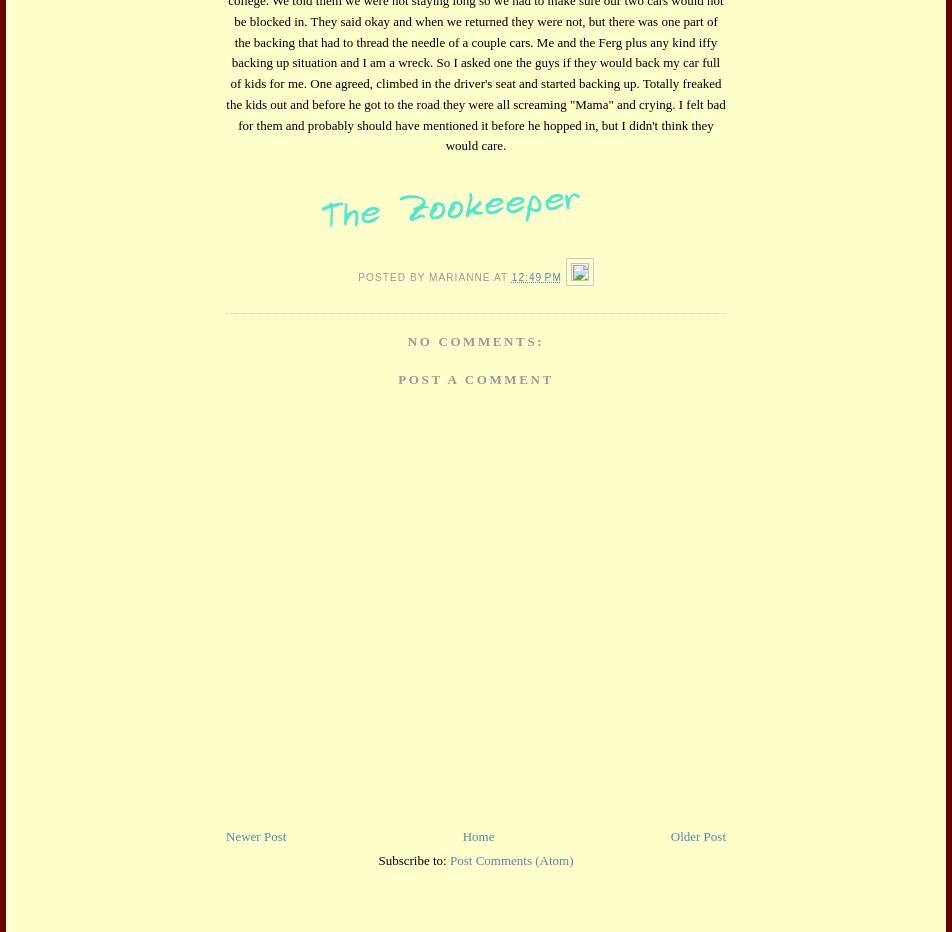 Image resolution: width=952 pixels, height=932 pixels. I want to click on 'Posted by', so click(393, 275).